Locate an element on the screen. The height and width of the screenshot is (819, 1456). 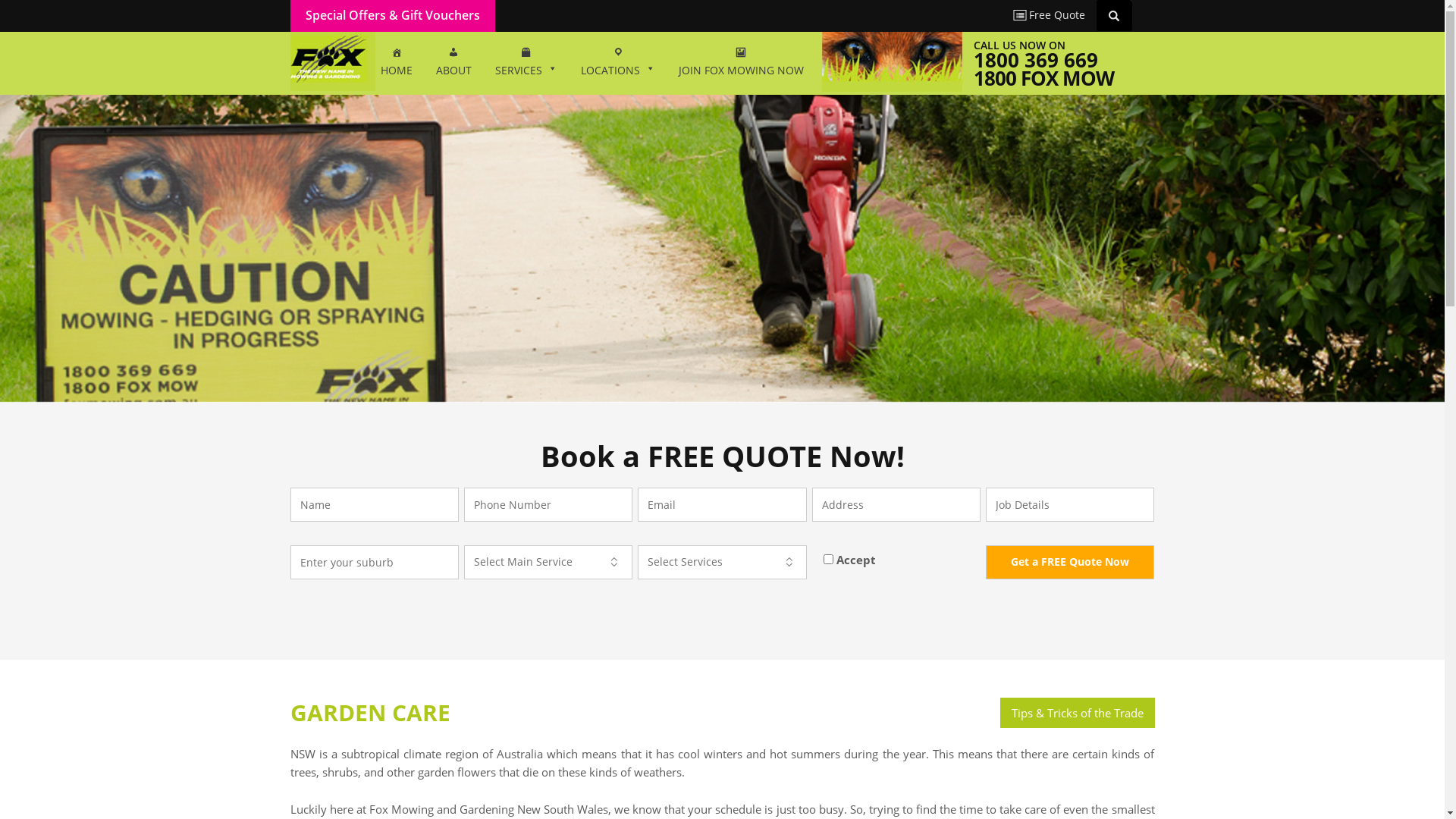
'1800 FOX MOW' is located at coordinates (1043, 78).